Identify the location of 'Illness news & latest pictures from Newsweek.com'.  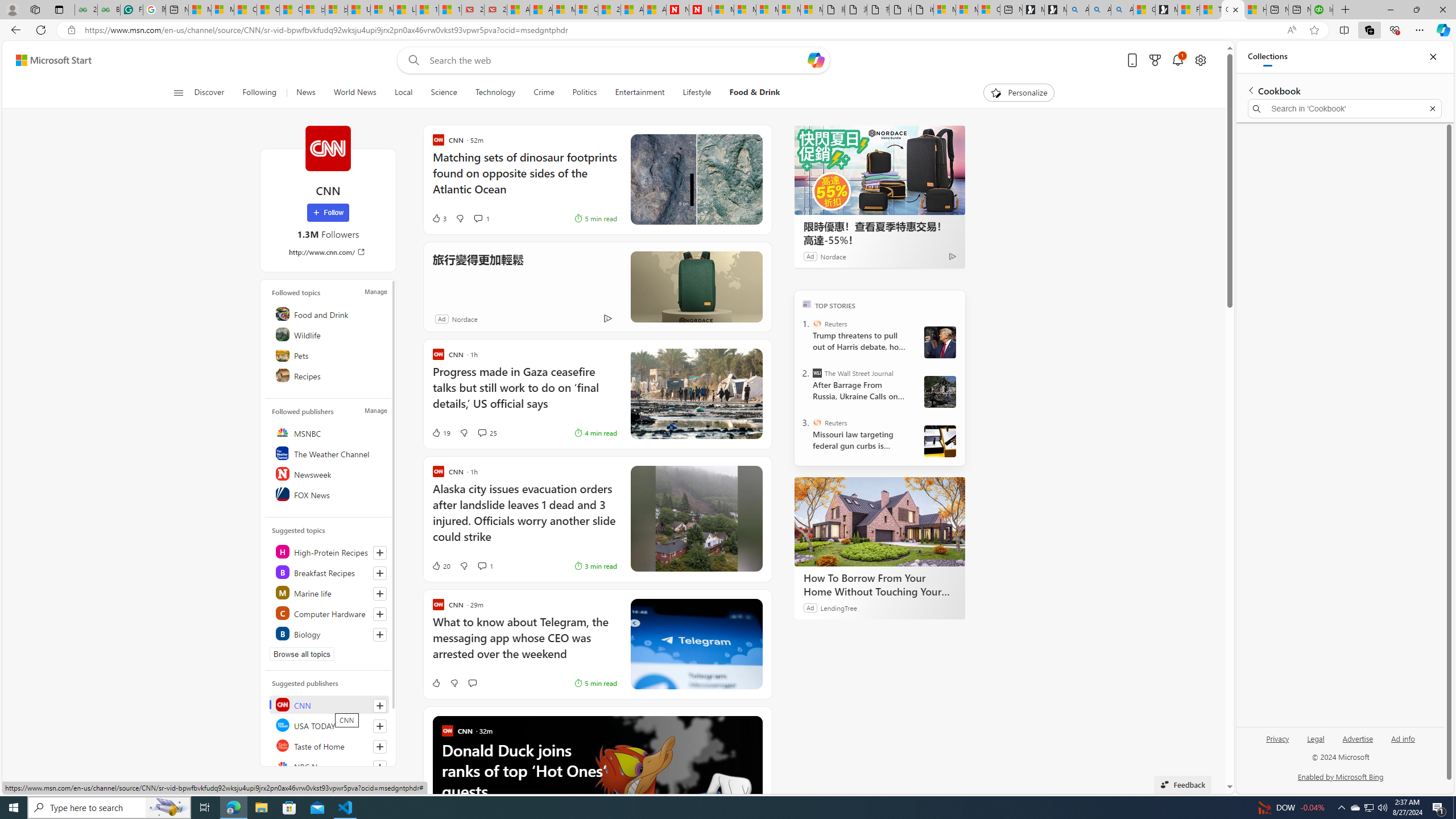
(700, 9).